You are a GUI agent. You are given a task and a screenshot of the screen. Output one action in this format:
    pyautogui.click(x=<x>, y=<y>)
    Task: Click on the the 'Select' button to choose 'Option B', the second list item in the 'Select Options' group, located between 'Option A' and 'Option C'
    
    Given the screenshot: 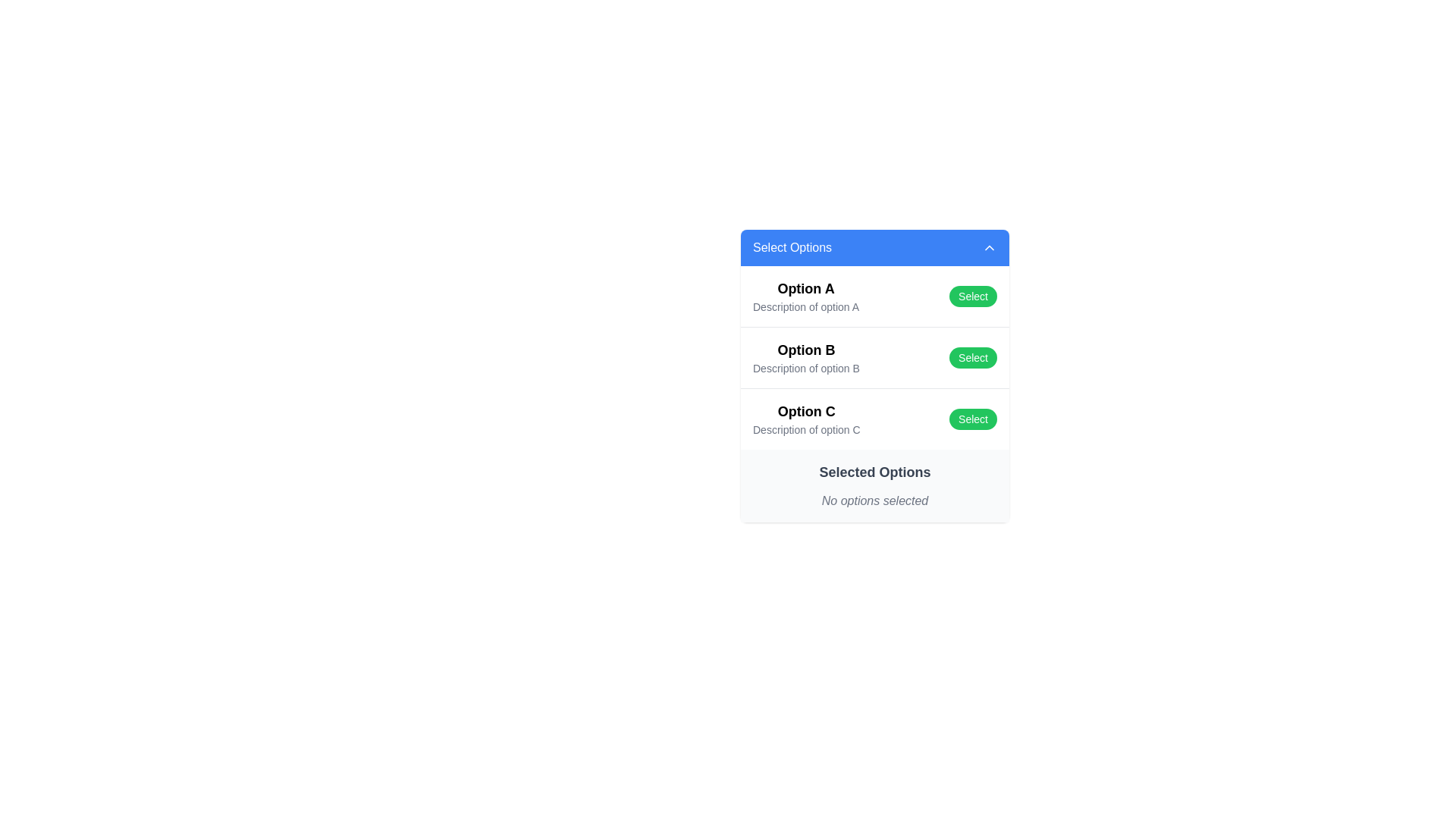 What is the action you would take?
    pyautogui.click(x=874, y=375)
    